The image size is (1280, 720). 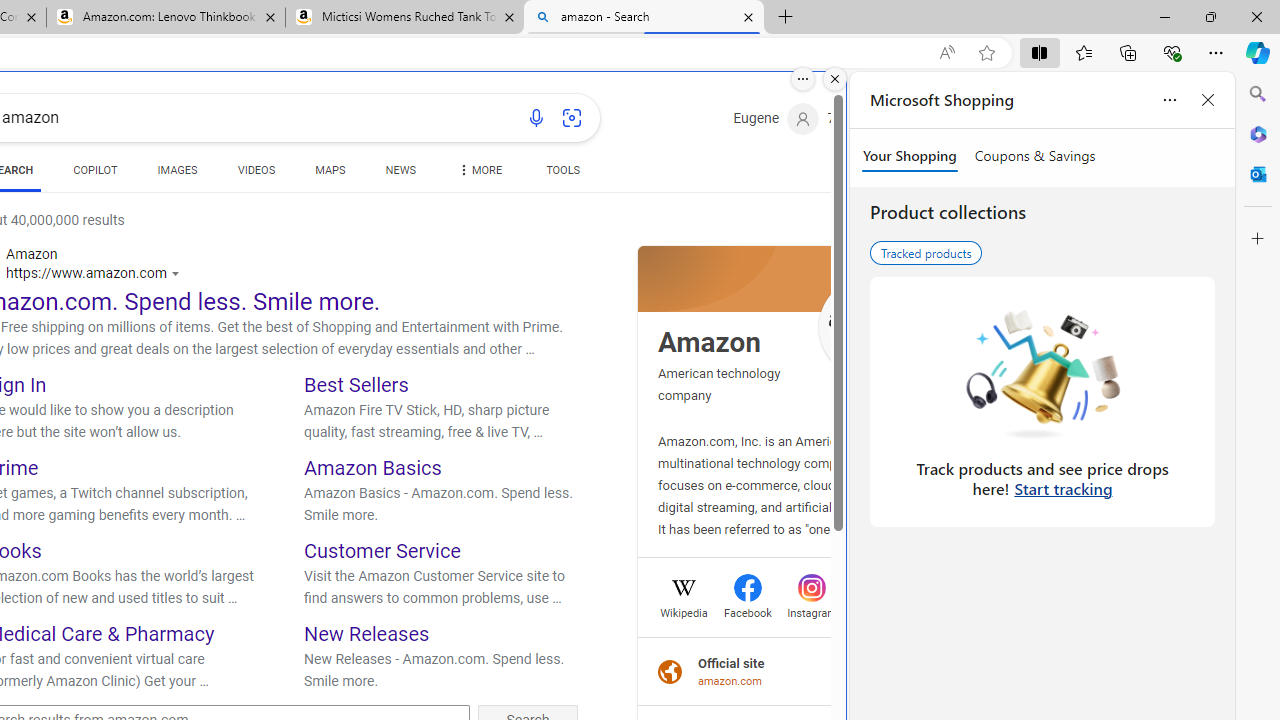 What do you see at coordinates (730, 680) in the screenshot?
I see `'amazon.com'` at bounding box center [730, 680].